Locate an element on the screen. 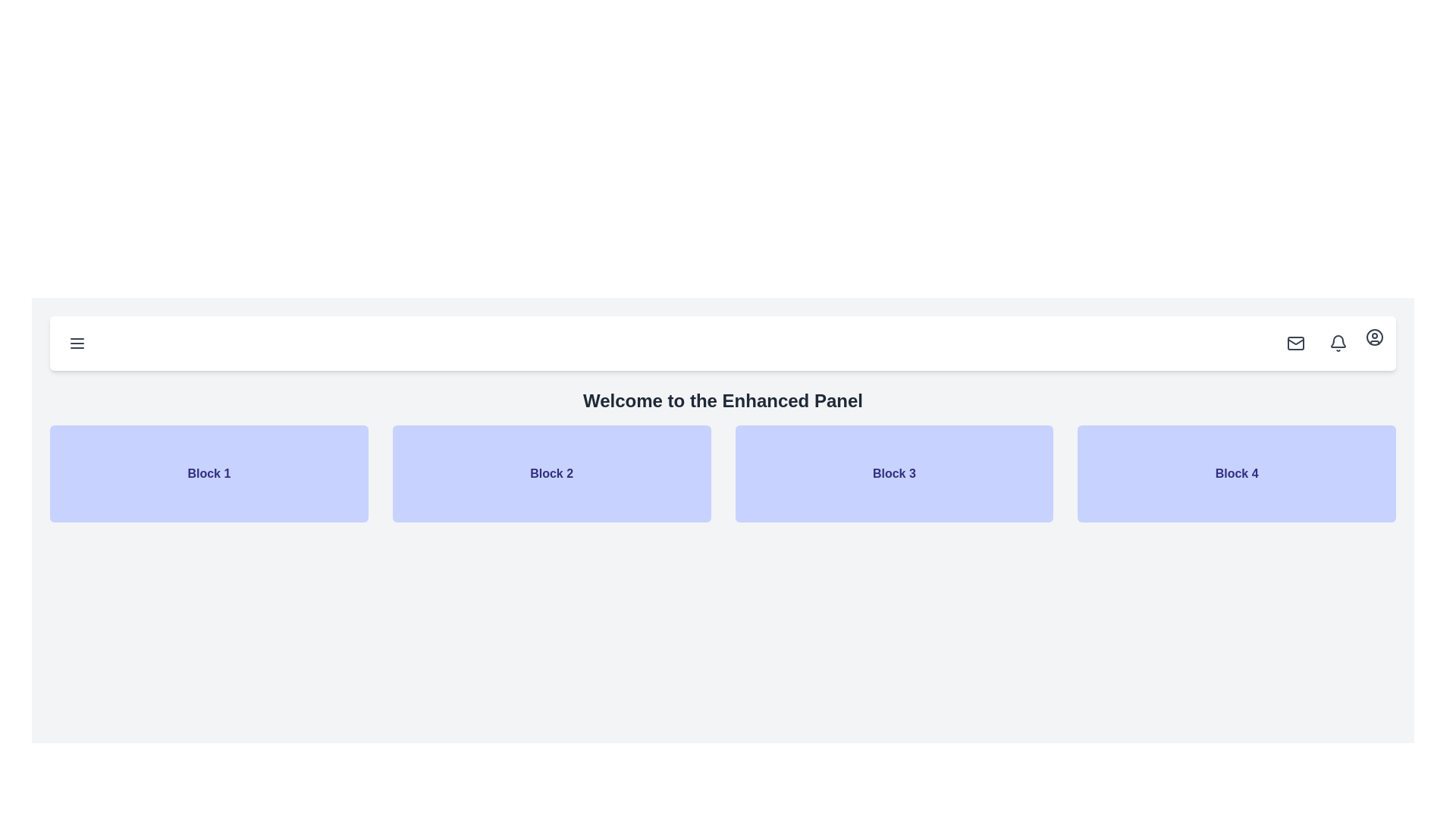 This screenshot has width=1456, height=819. the innermost SVG circle icon located at the top-right corner of the navigation bar, which represents user profile or account functionality is located at coordinates (1375, 336).